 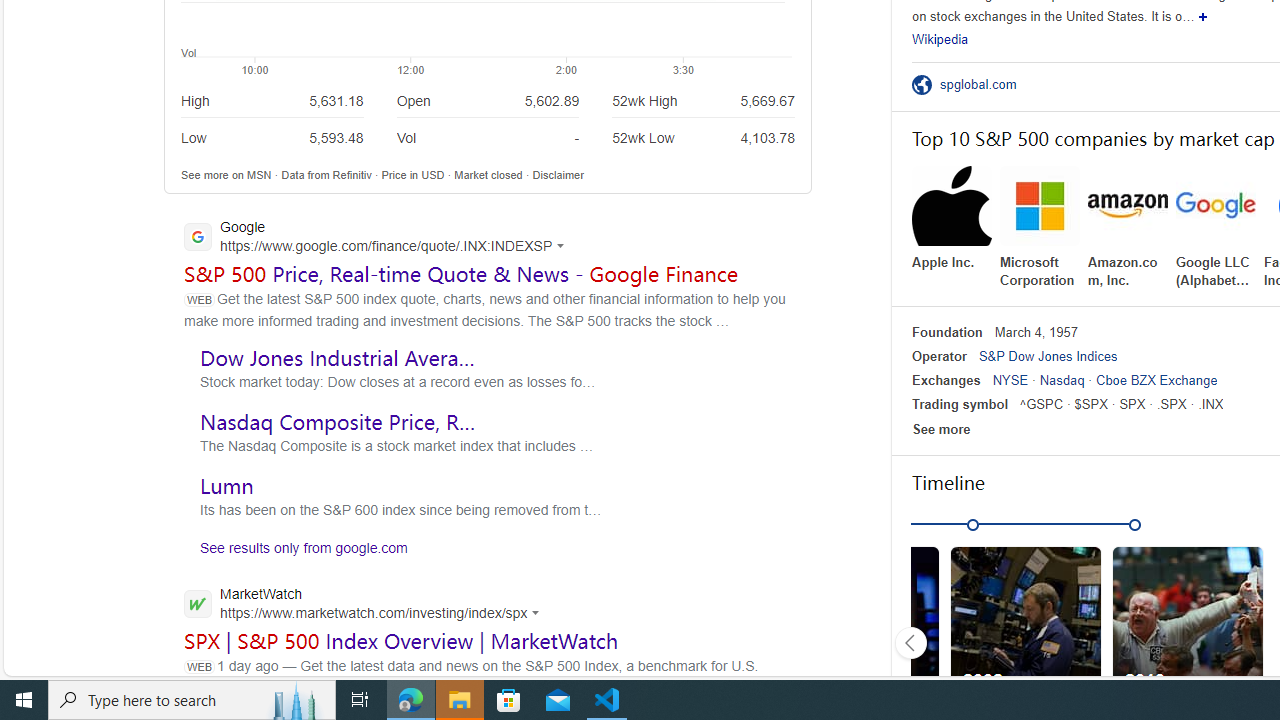 What do you see at coordinates (944, 380) in the screenshot?
I see `'Exchanges'` at bounding box center [944, 380].